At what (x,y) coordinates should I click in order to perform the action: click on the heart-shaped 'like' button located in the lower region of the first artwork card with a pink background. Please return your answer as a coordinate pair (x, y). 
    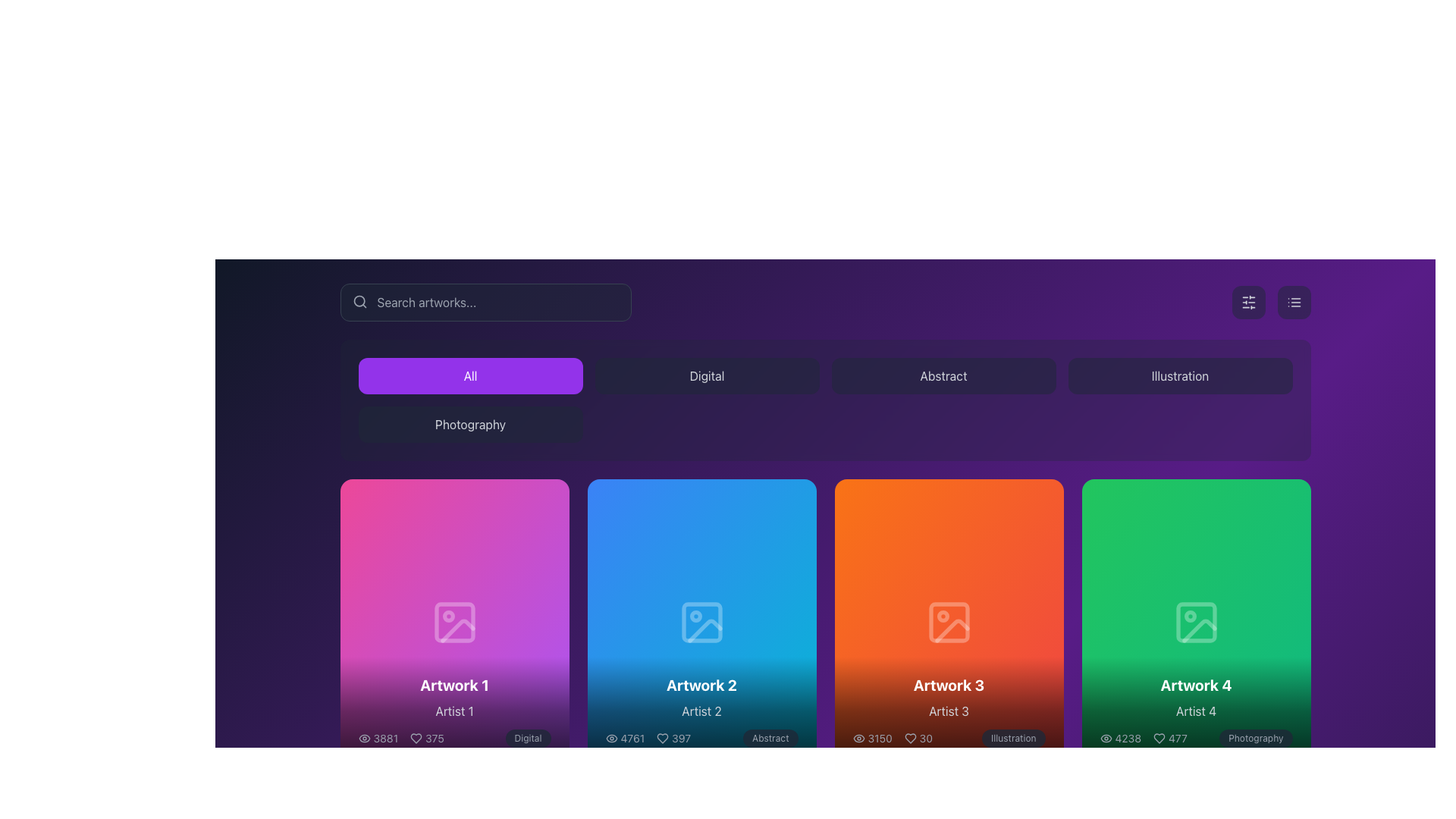
    Looking at the image, I should click on (409, 622).